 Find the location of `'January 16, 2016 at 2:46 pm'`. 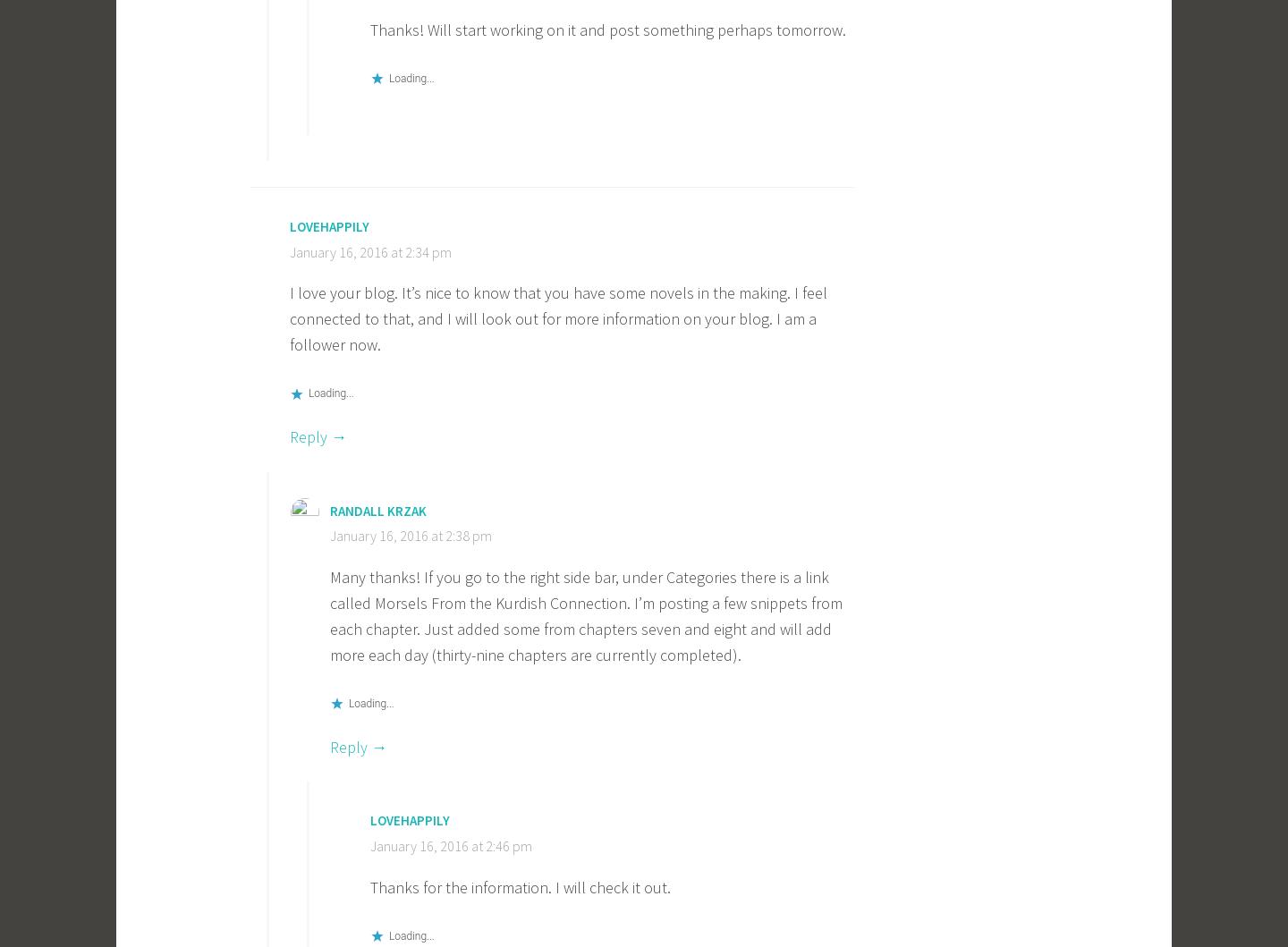

'January 16, 2016 at 2:46 pm' is located at coordinates (450, 846).